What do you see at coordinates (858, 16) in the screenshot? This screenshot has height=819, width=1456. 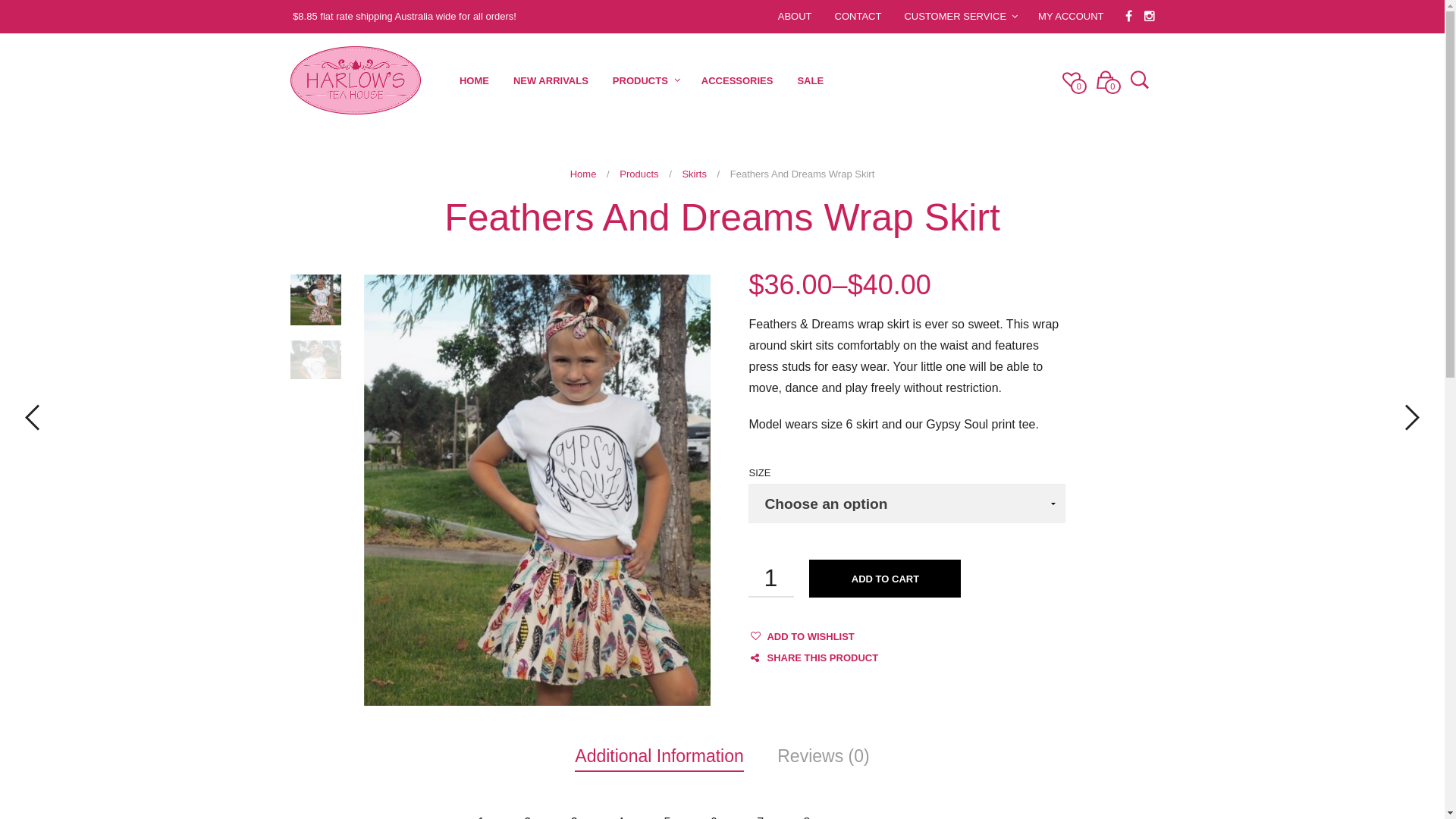 I see `'CONTACT'` at bounding box center [858, 16].